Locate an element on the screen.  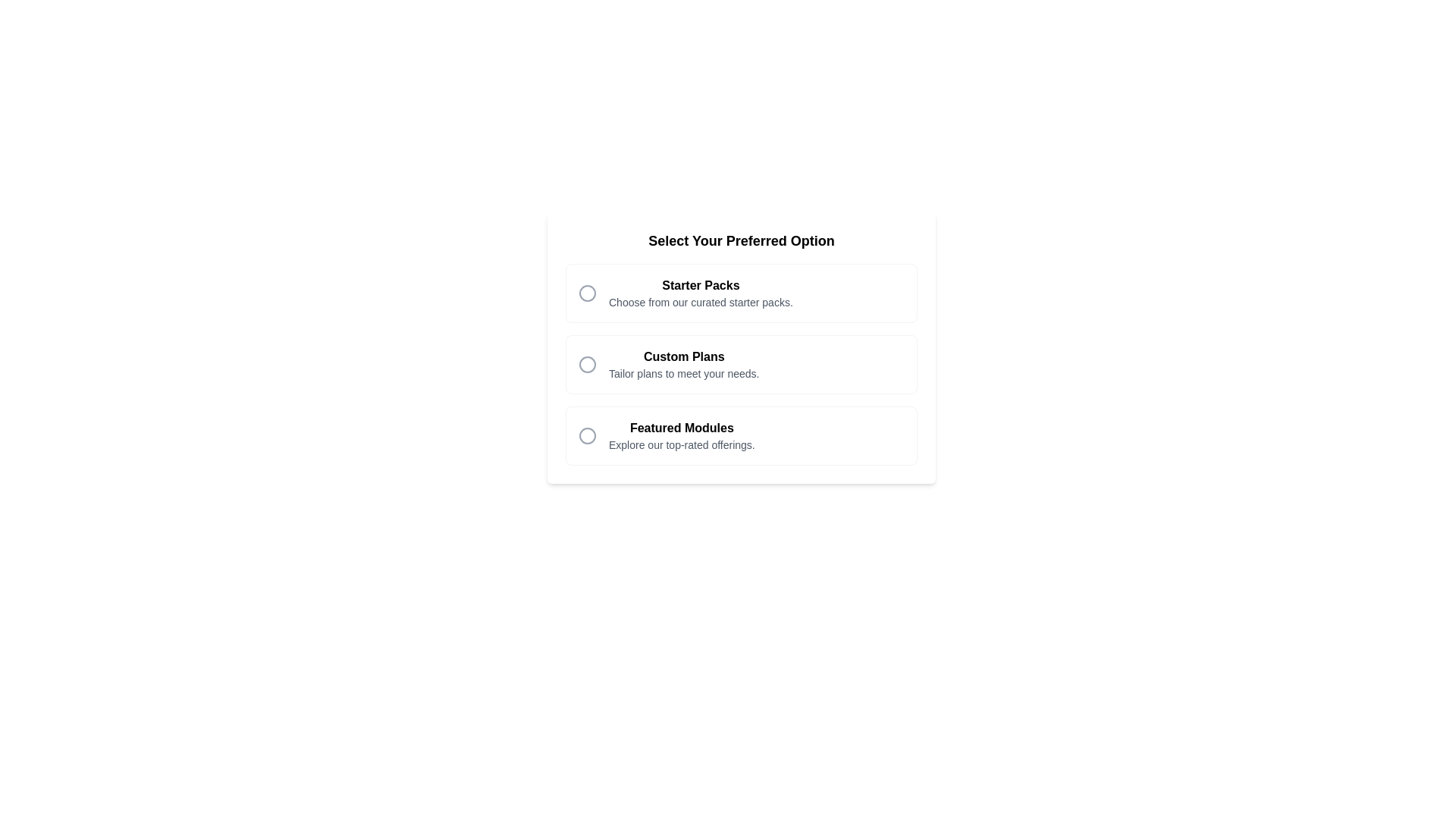
the circular graphical indicator is located at coordinates (586, 365).